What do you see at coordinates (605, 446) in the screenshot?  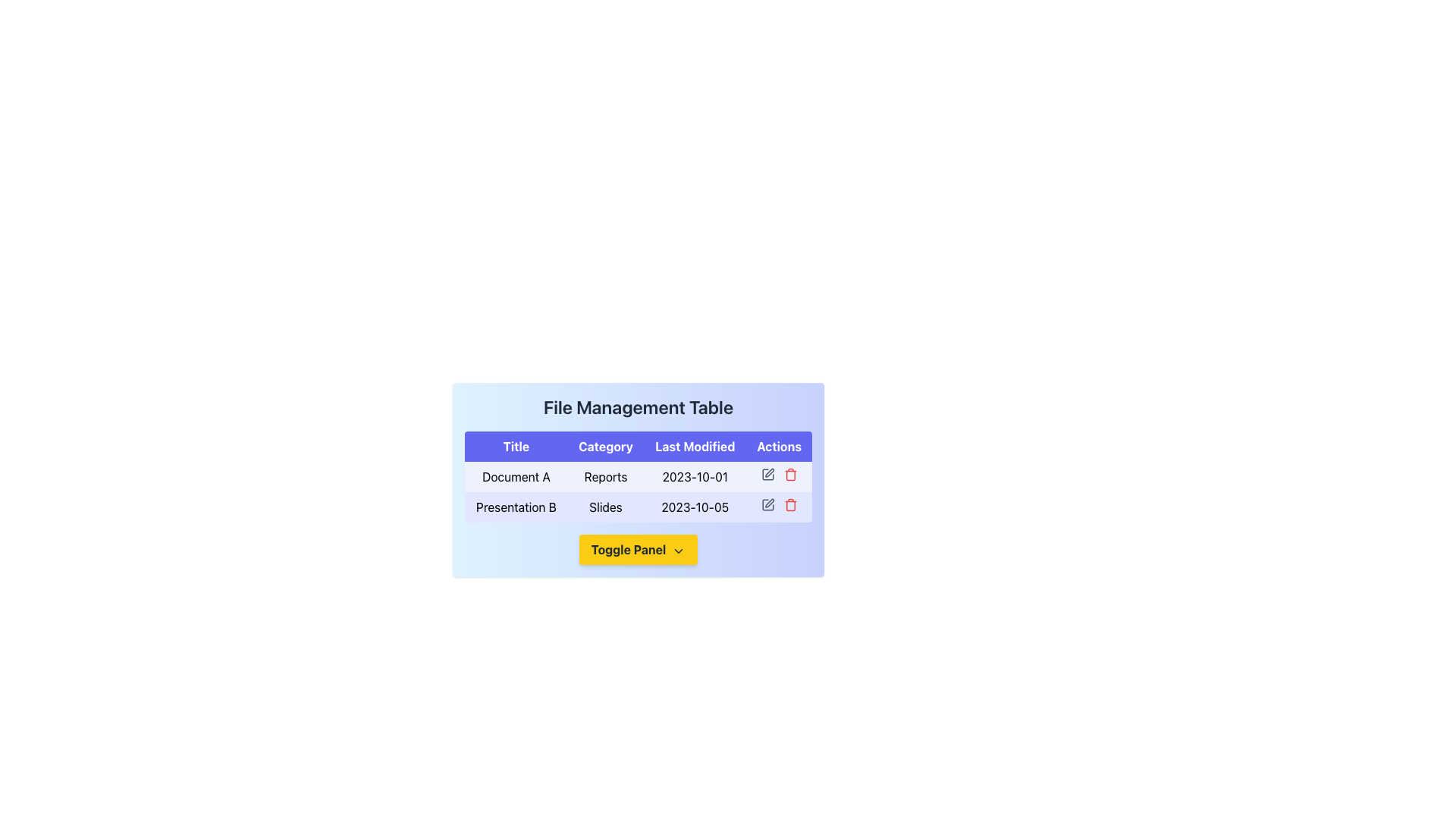 I see `the Table Header element that contains the text 'Category', styled with a white font color on a blue background, positioned as the second column header in the tabular interface` at bounding box center [605, 446].